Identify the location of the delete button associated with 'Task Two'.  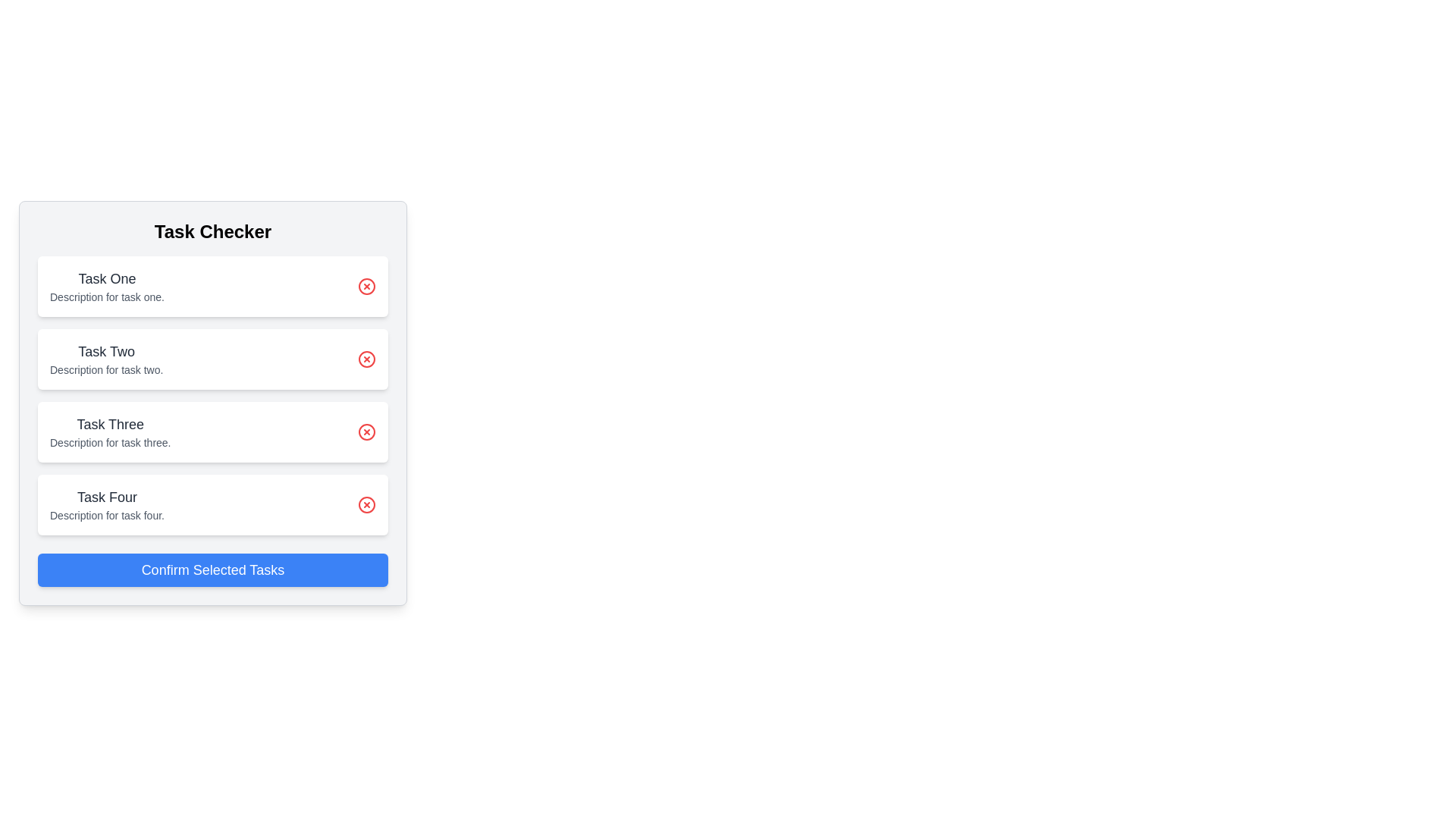
(367, 359).